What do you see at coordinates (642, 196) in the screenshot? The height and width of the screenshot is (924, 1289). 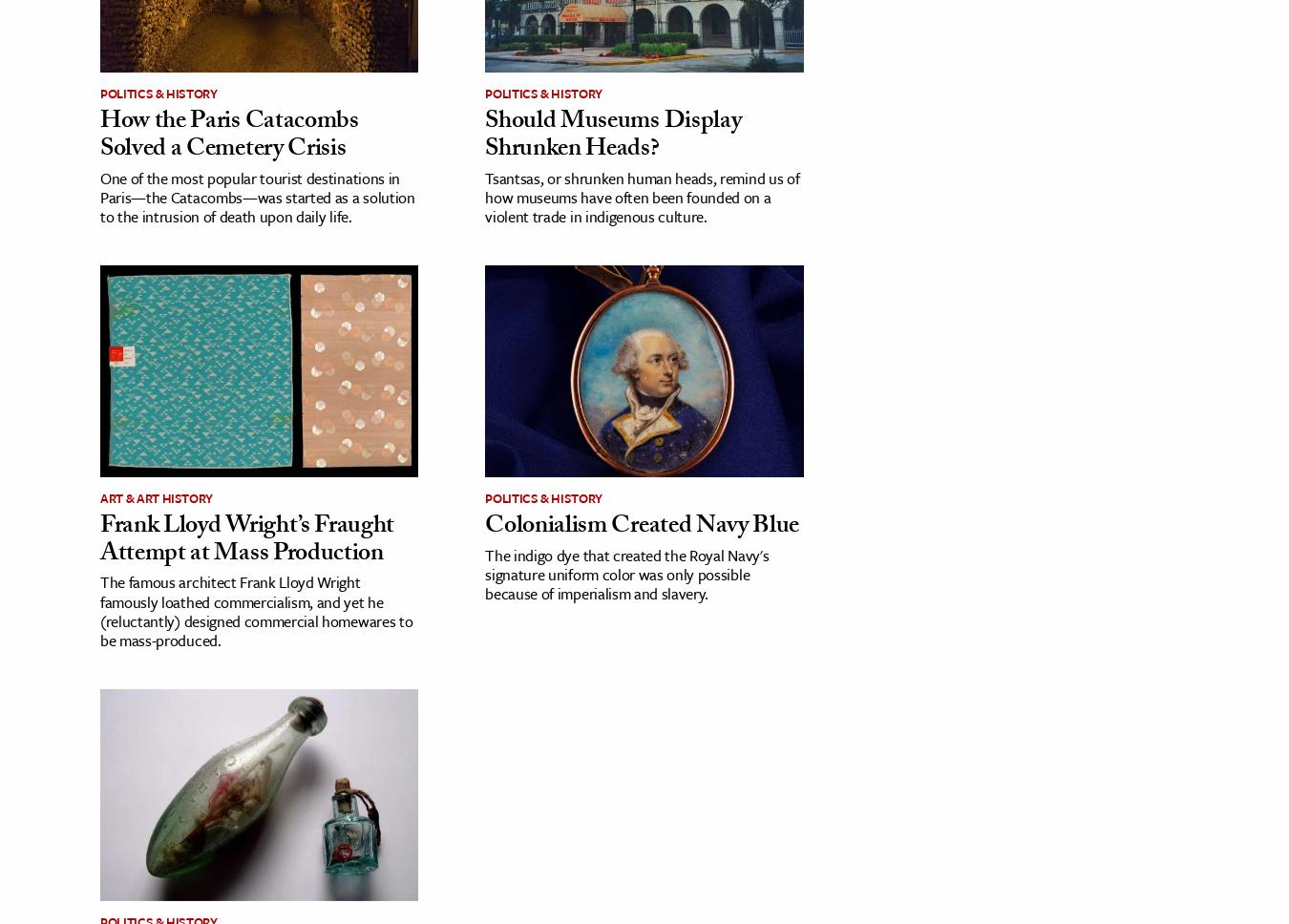 I see `'Tsantsas, or shrunken human heads, remind us of how museums have often been founded on a violent trade in indigenous culture.'` at bounding box center [642, 196].